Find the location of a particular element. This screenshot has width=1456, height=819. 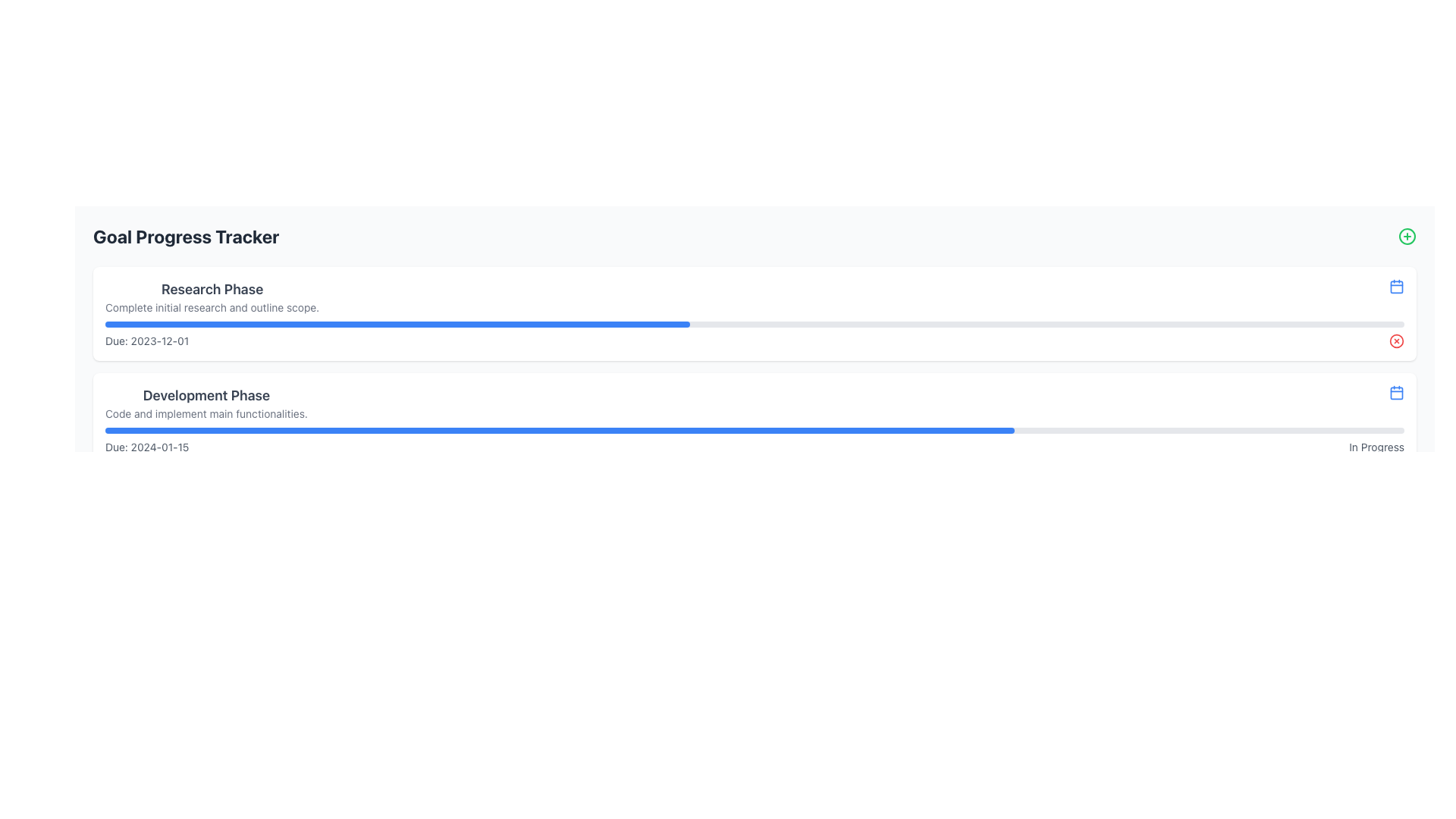

the informational text label indicating the deadline date for the 'Development Phase', located below the progress bar and before the 'In Progress' label is located at coordinates (147, 447).